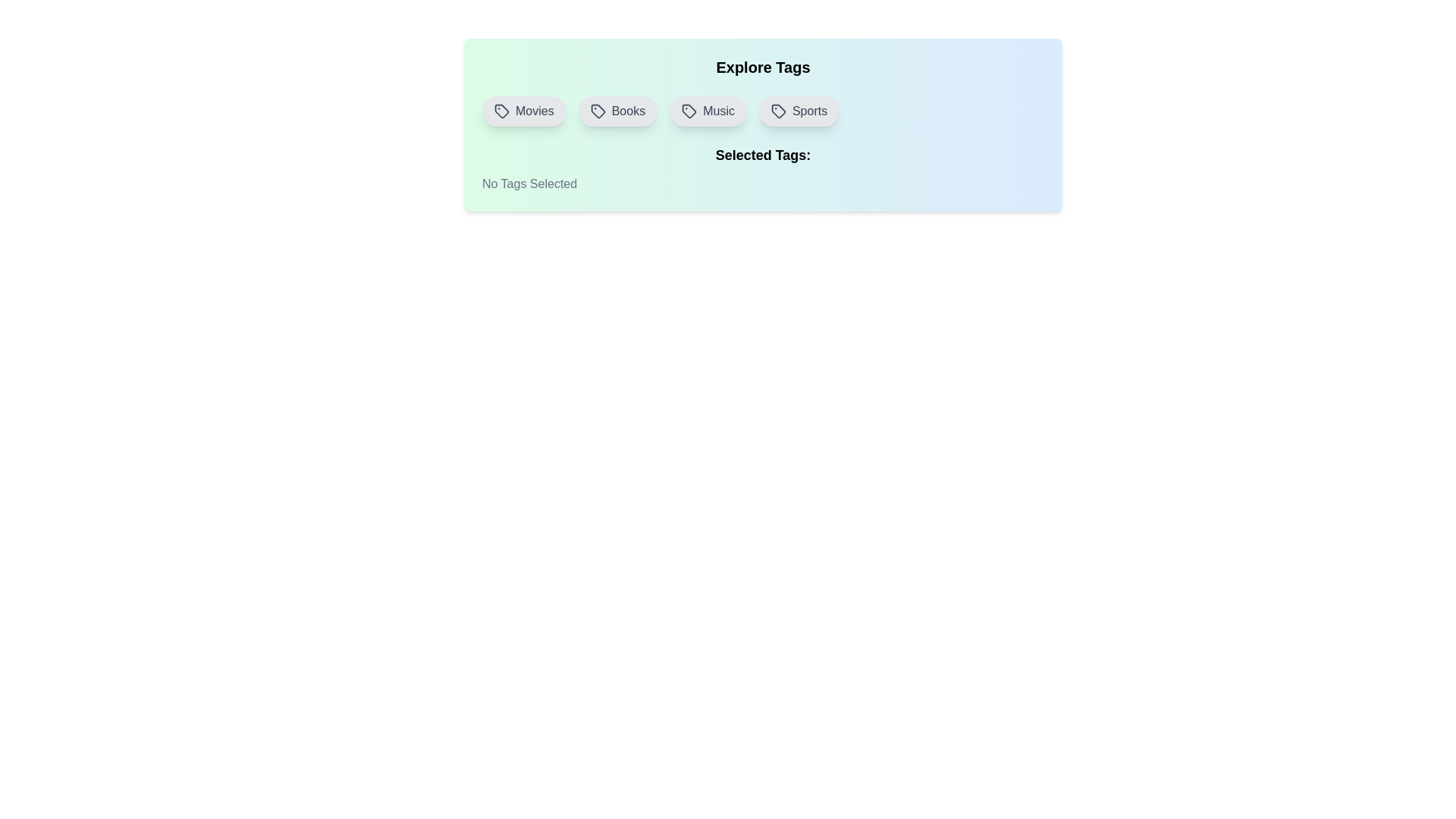  I want to click on the small dark tag icon located to the left of the 'Movies' label within the rounded button, so click(502, 110).